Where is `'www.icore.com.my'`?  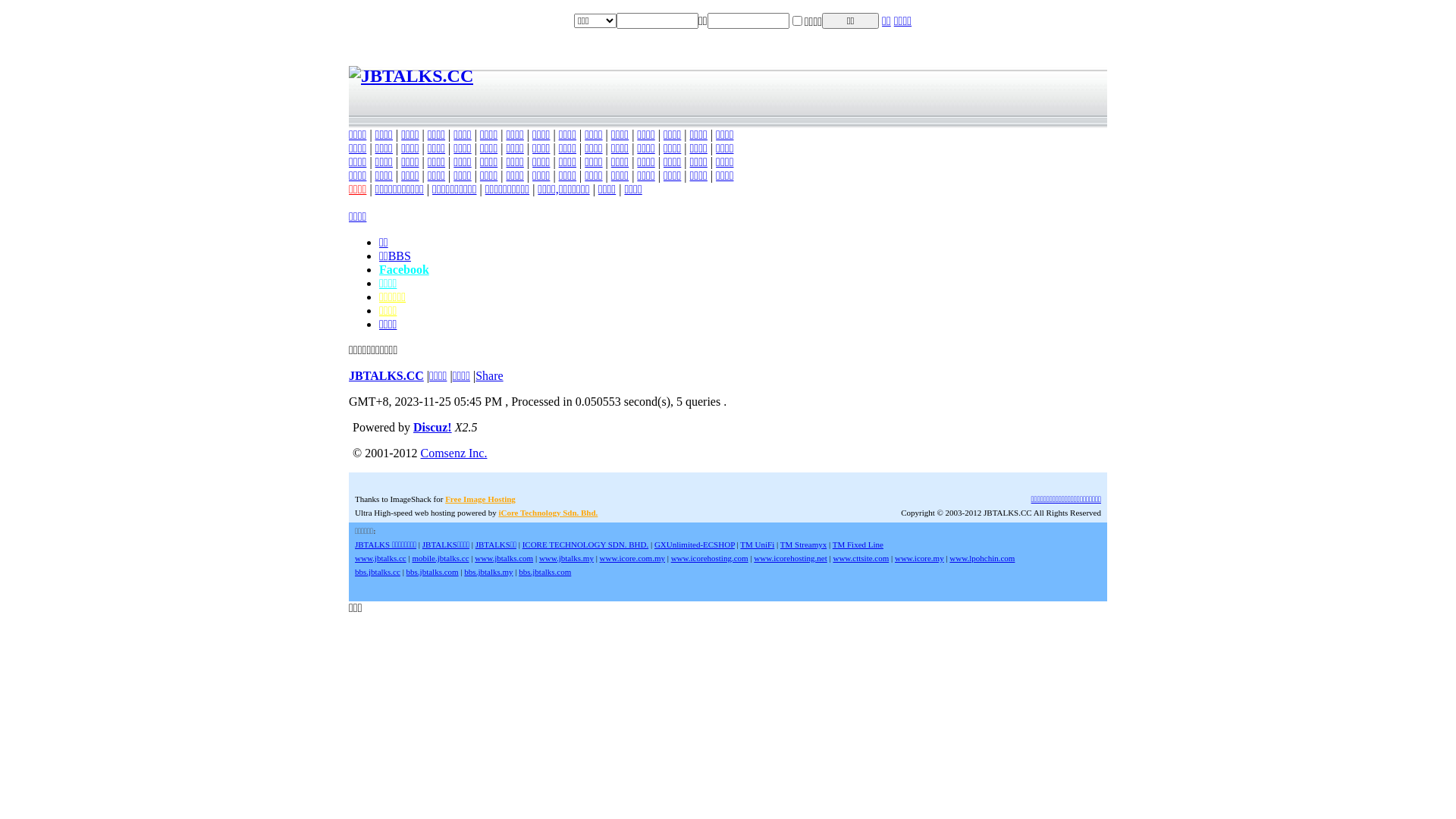
'www.icore.com.my' is located at coordinates (632, 558).